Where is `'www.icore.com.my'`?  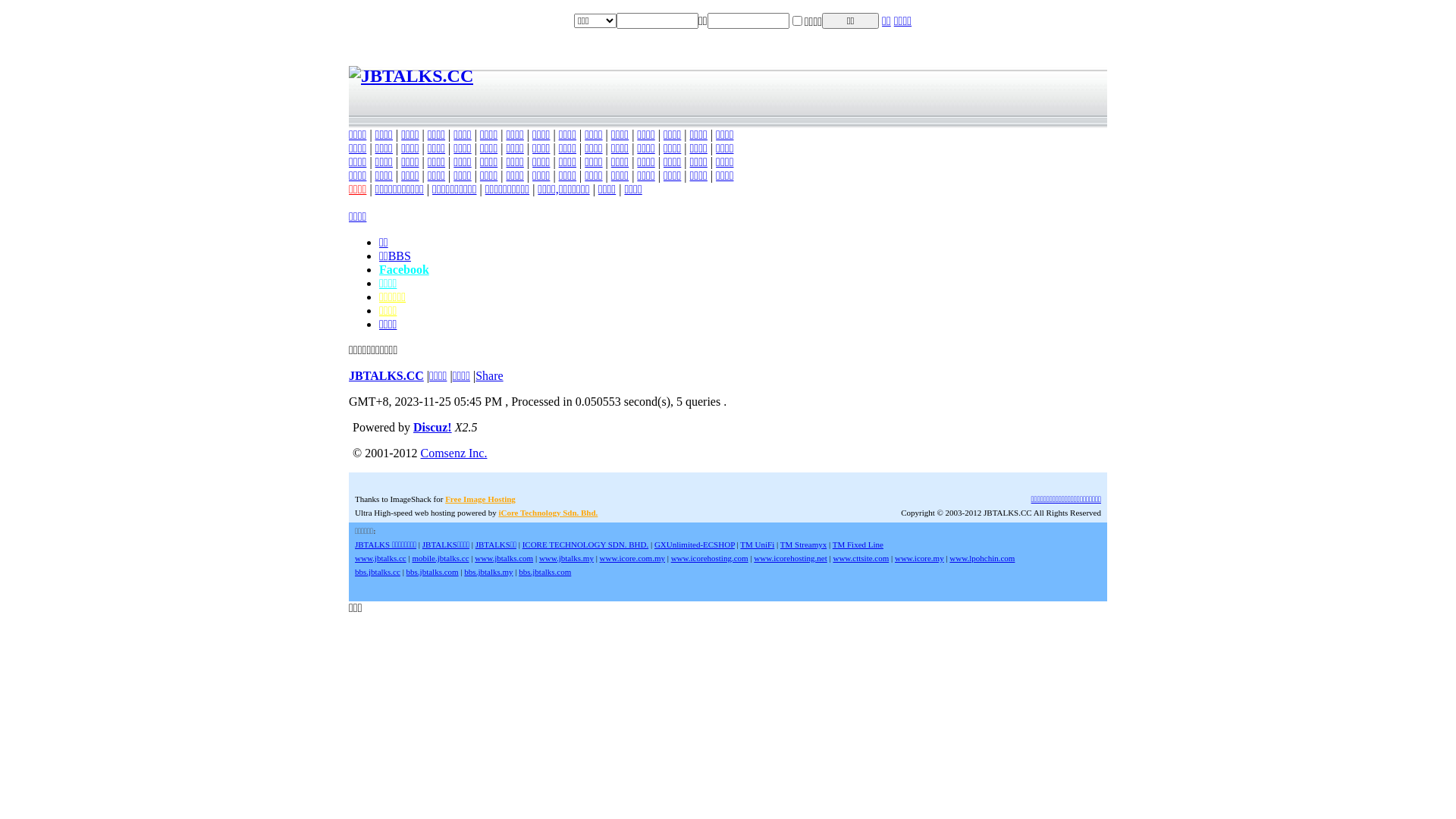
'www.icore.com.my' is located at coordinates (632, 558).